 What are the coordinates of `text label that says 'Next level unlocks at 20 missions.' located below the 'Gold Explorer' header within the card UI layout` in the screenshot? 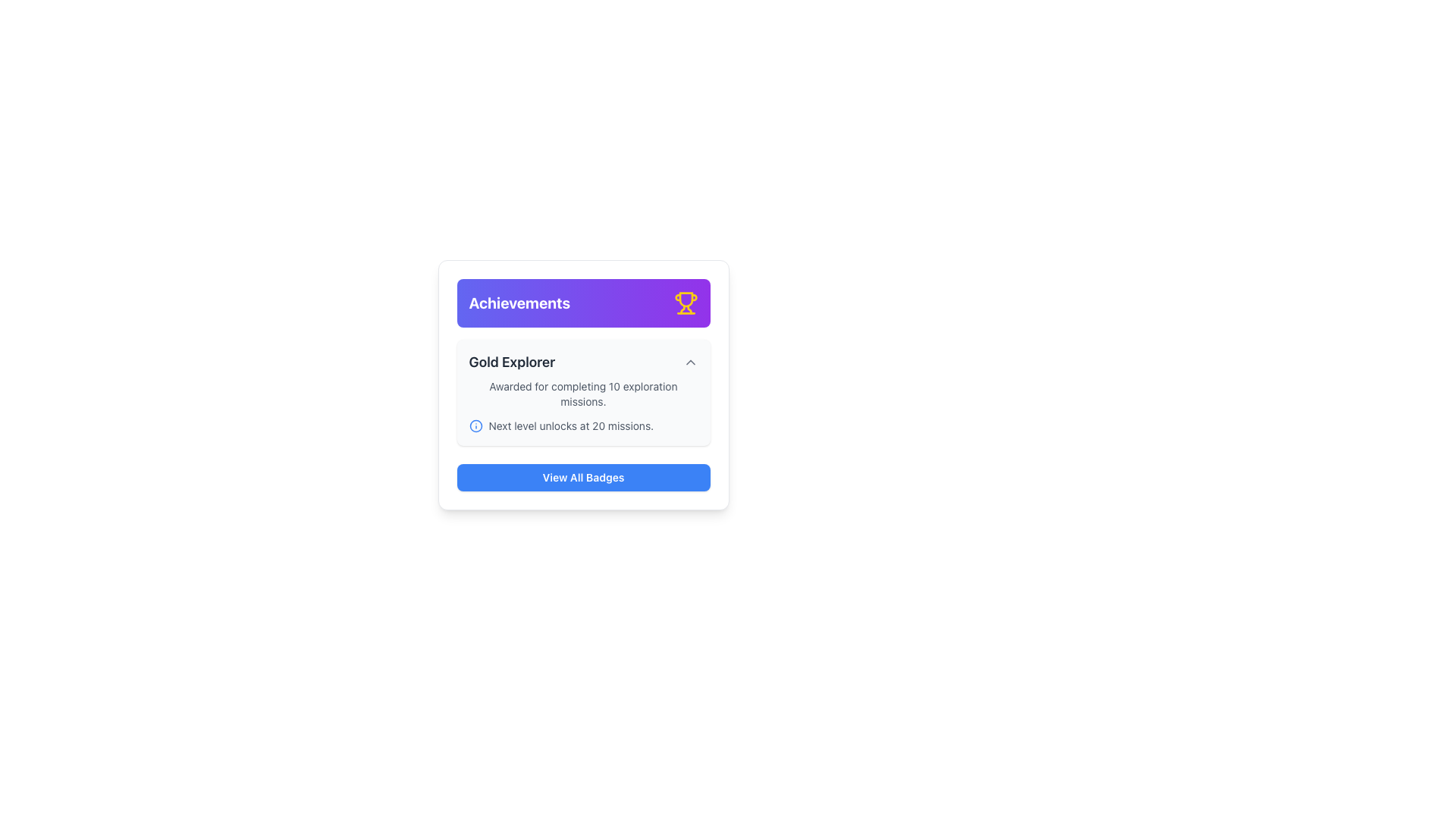 It's located at (570, 426).